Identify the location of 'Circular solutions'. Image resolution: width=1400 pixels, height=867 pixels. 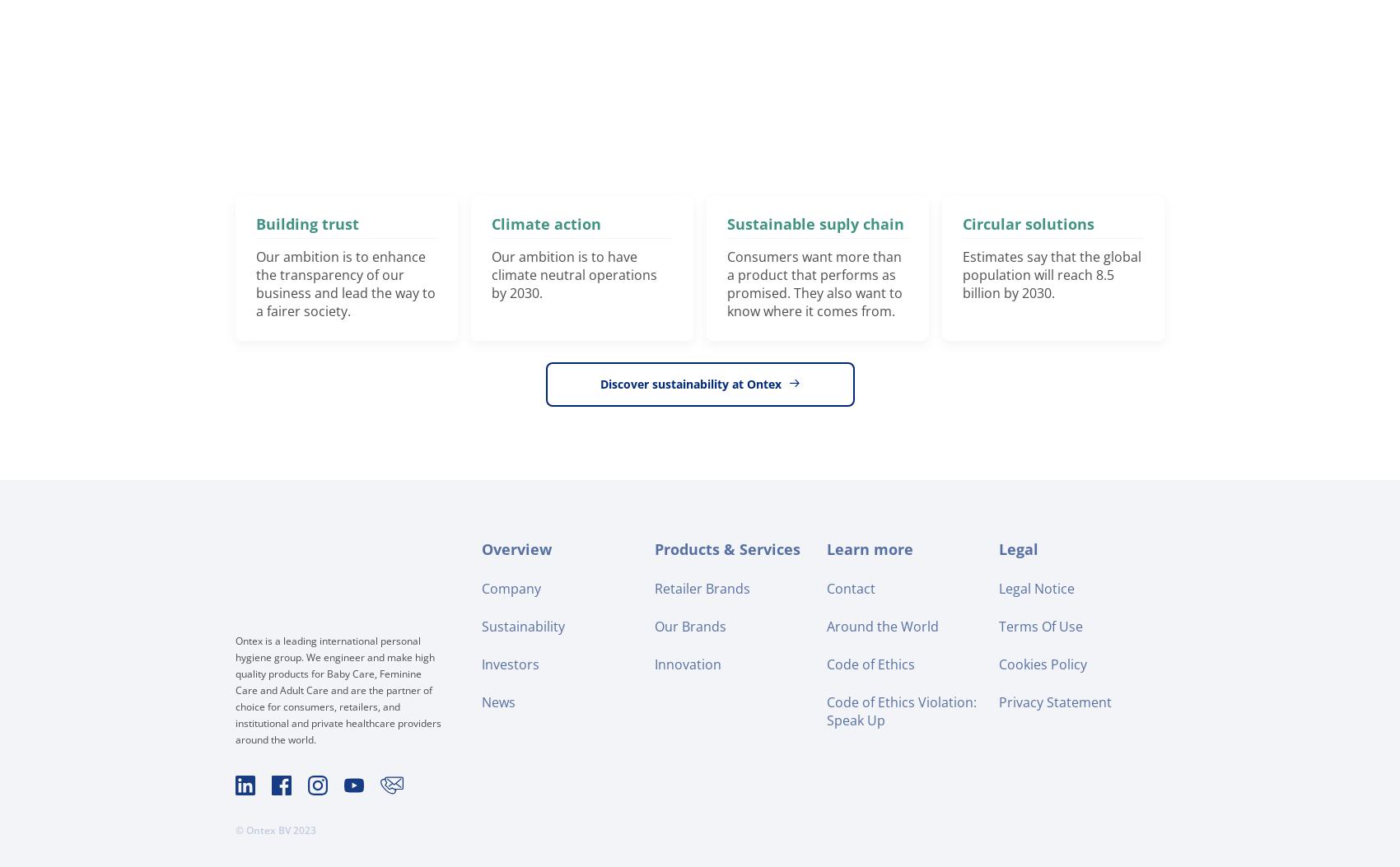
(962, 222).